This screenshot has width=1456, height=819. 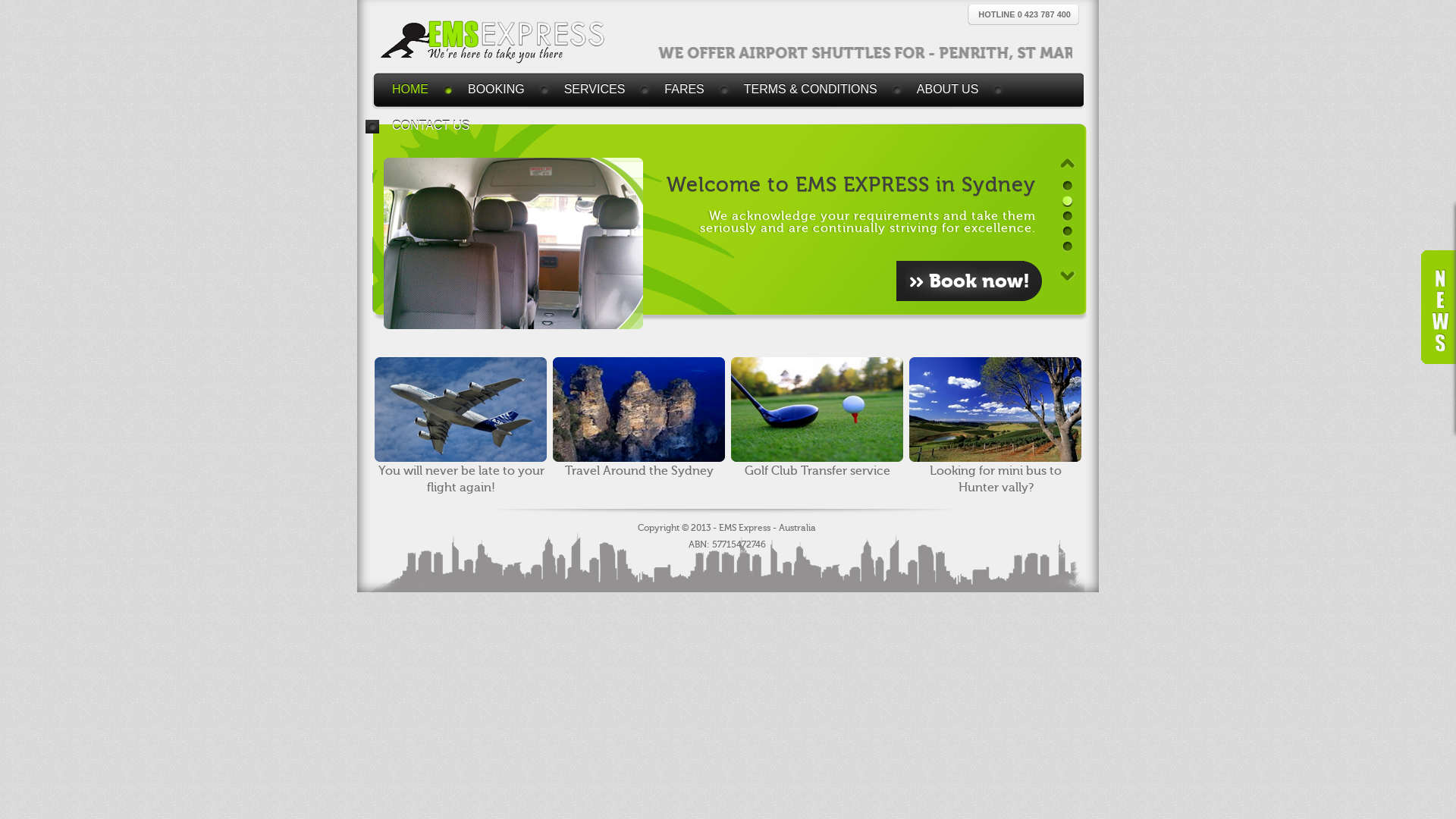 What do you see at coordinates (1024, 14) in the screenshot?
I see `'HOTLINE 0 423 787 400'` at bounding box center [1024, 14].